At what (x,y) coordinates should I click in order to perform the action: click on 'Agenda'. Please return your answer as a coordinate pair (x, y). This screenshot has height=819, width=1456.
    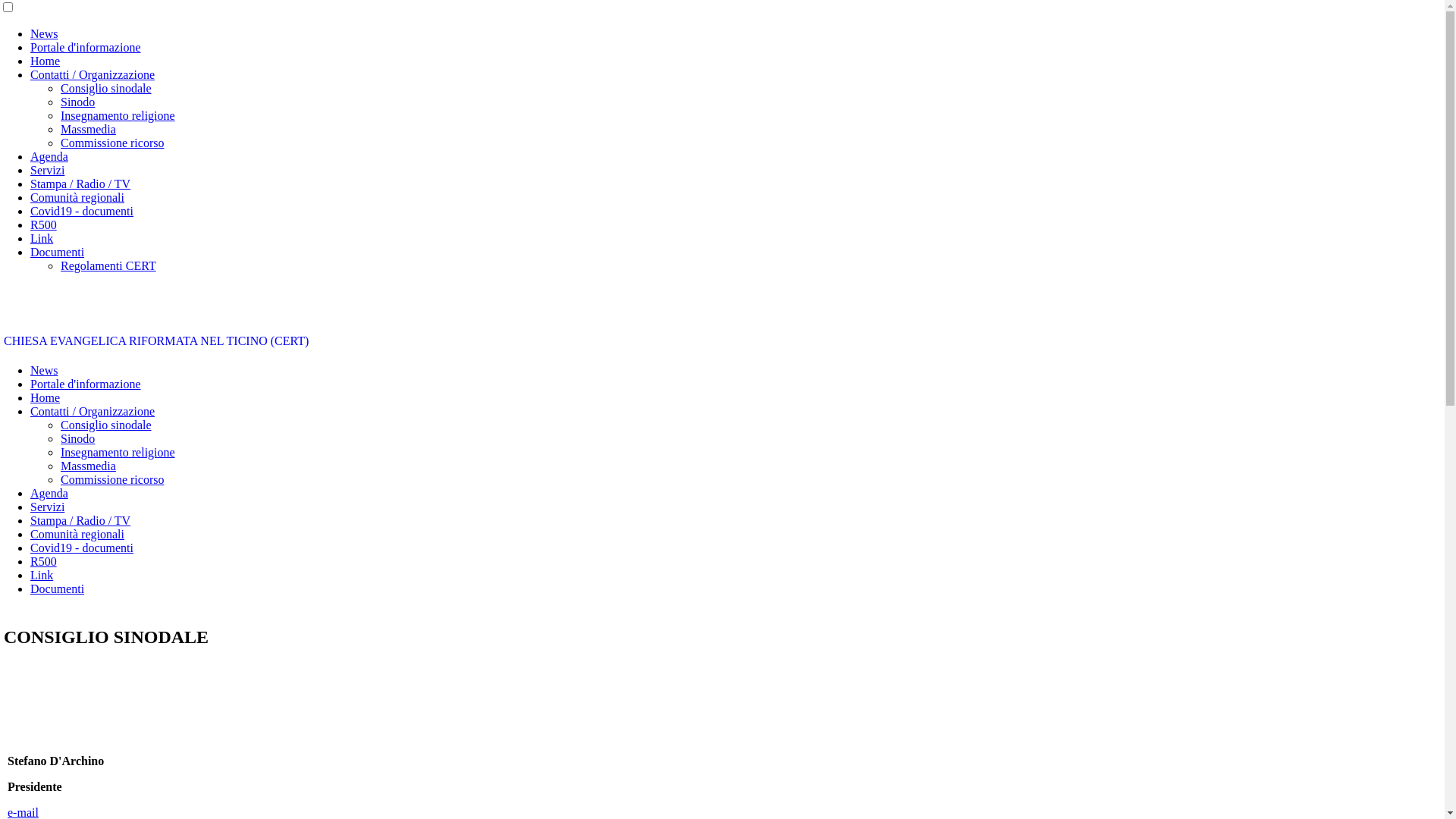
    Looking at the image, I should click on (30, 493).